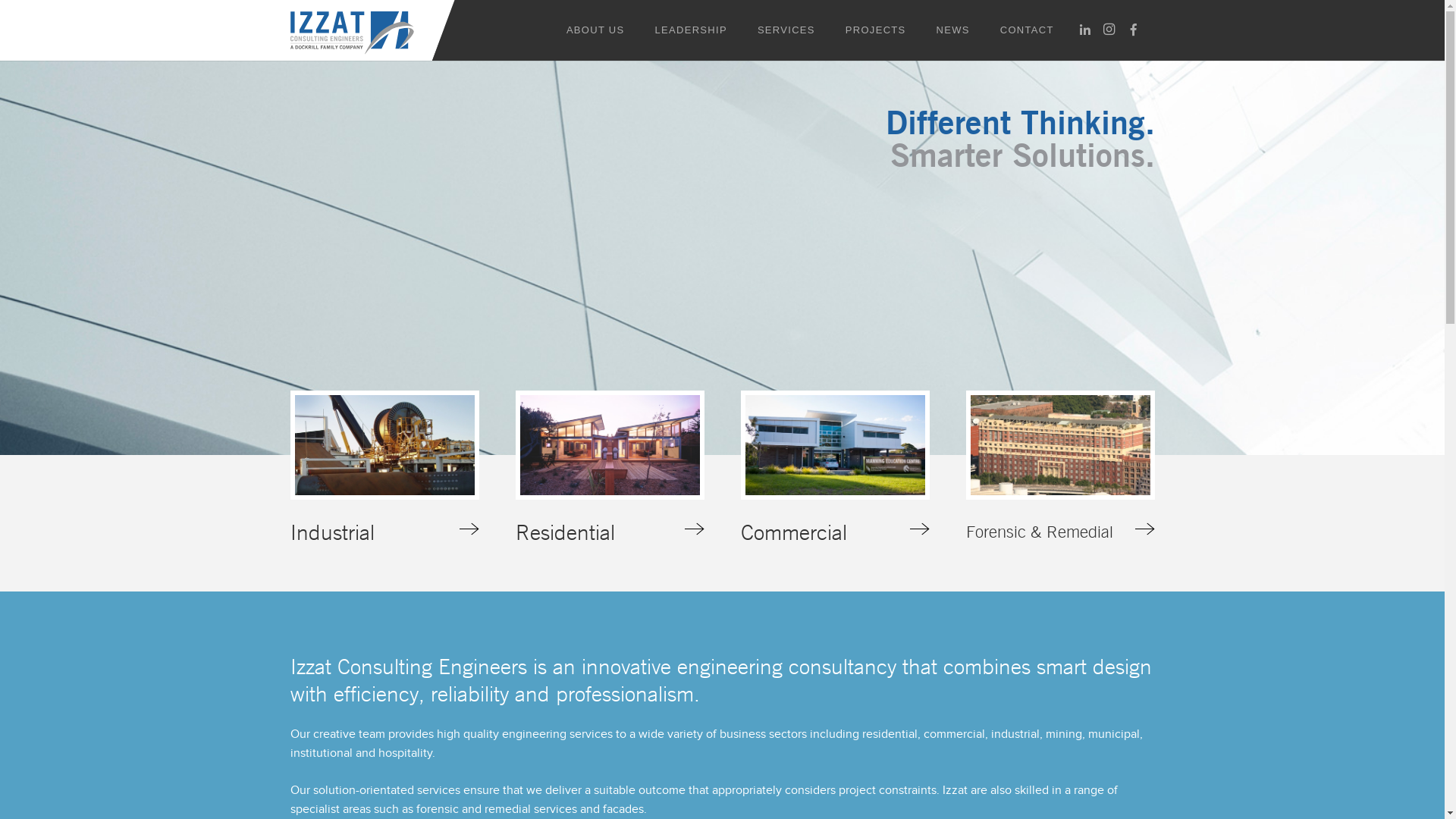 The image size is (1456, 819). What do you see at coordinates (1027, 30) in the screenshot?
I see `'CONTACT'` at bounding box center [1027, 30].